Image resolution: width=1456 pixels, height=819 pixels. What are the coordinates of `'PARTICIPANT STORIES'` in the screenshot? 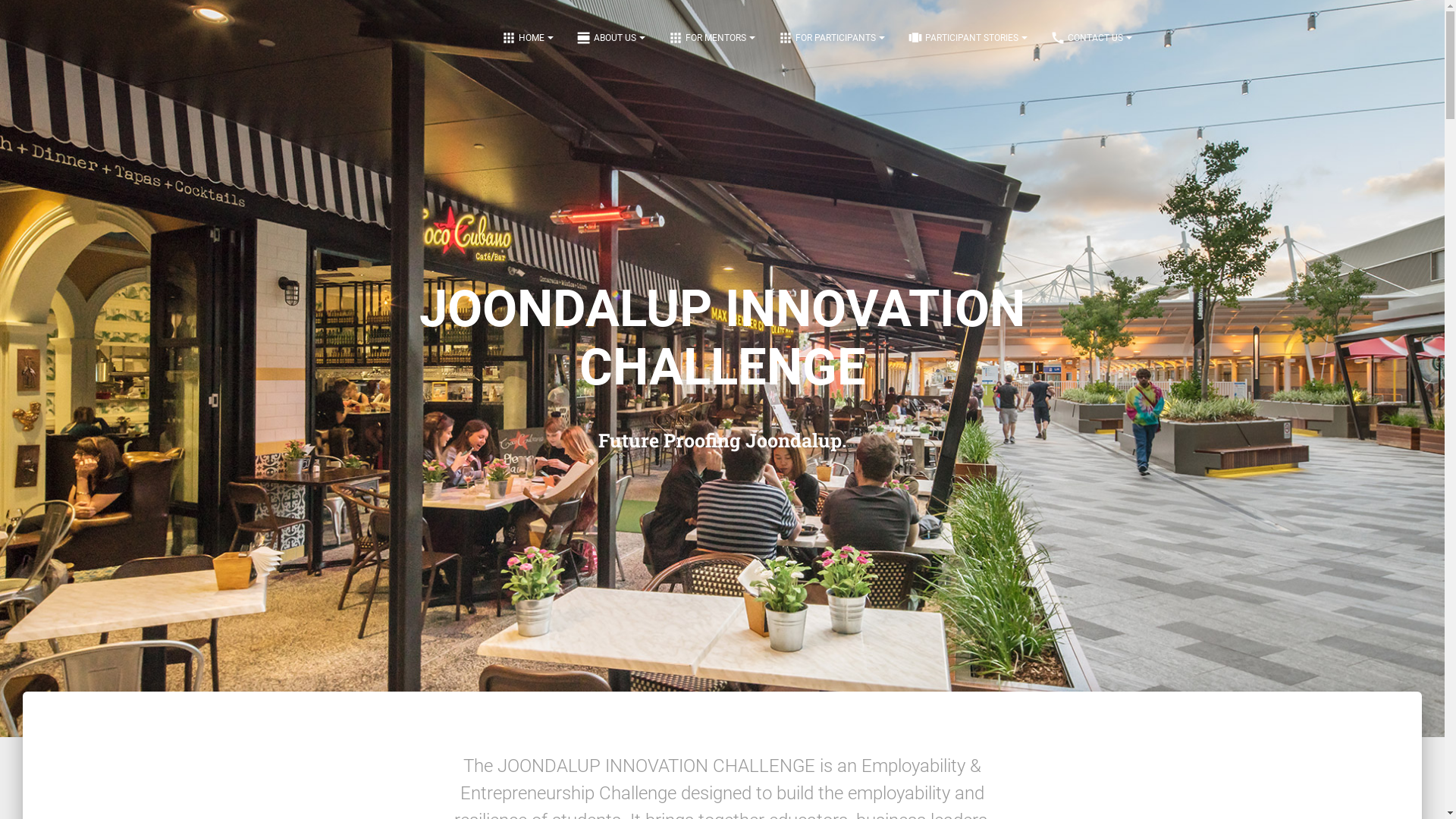 It's located at (967, 37).